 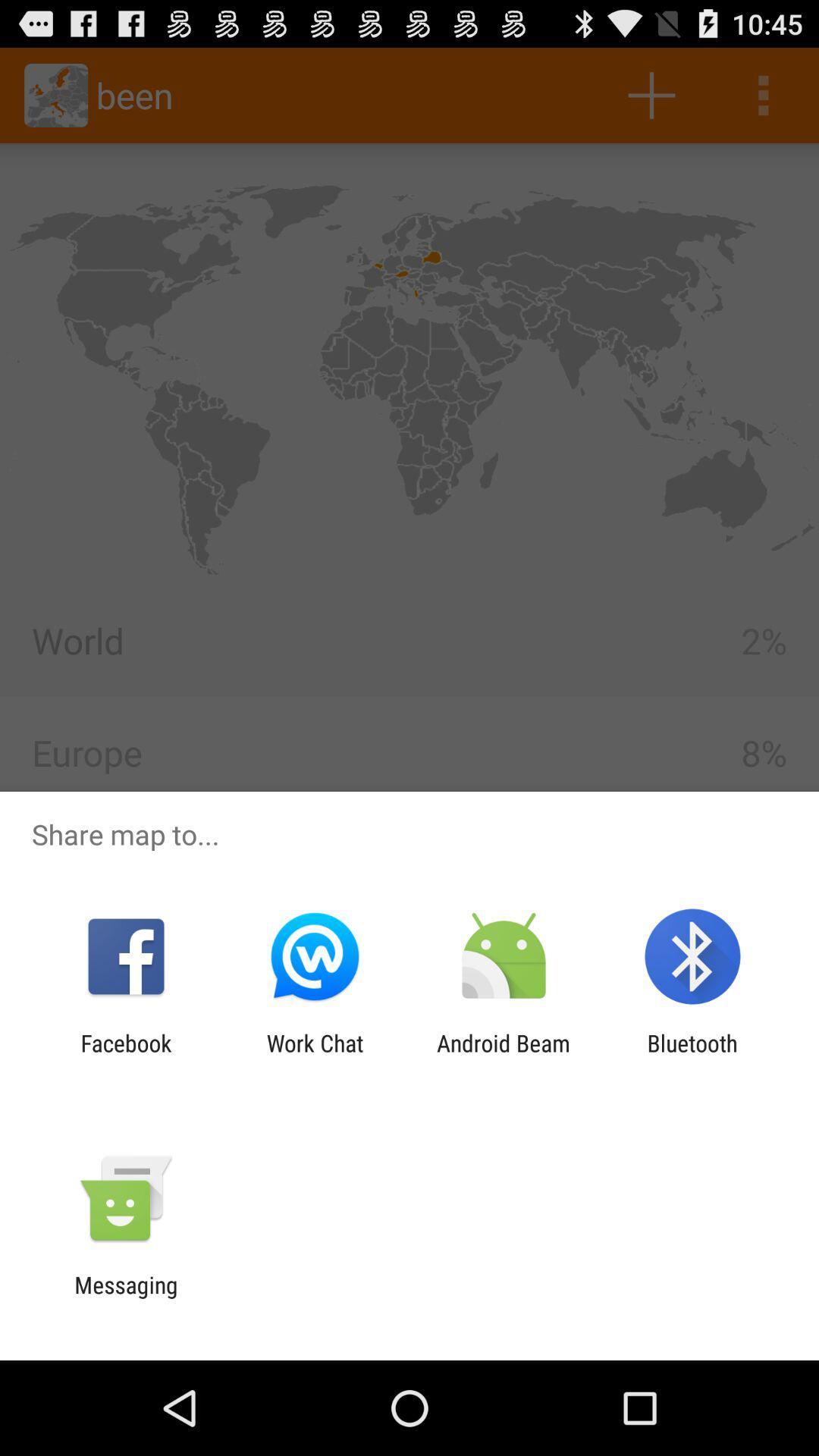 What do you see at coordinates (125, 1056) in the screenshot?
I see `the facebook icon` at bounding box center [125, 1056].